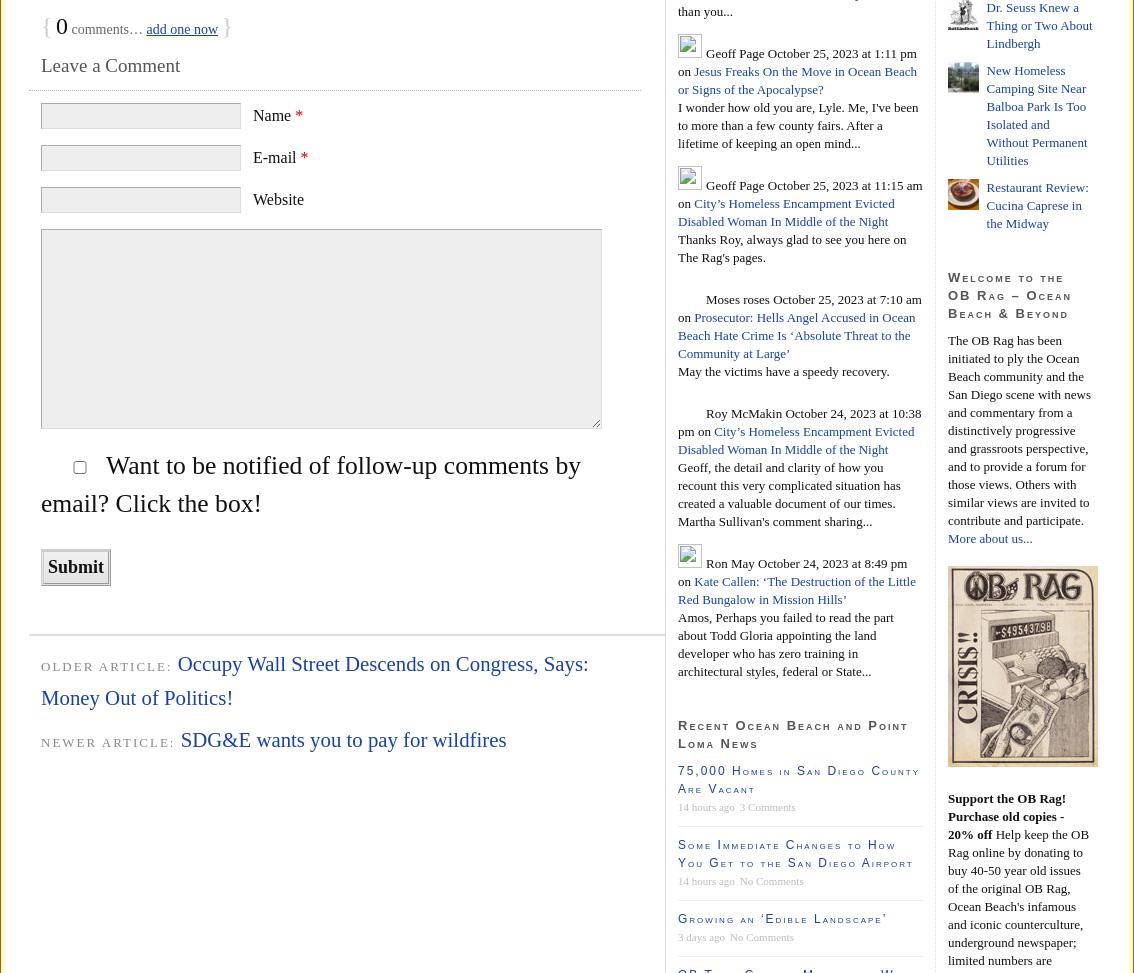 The width and height of the screenshot is (1134, 973). I want to click on 'October 25, 2023 at 7:10 am', so click(843, 298).